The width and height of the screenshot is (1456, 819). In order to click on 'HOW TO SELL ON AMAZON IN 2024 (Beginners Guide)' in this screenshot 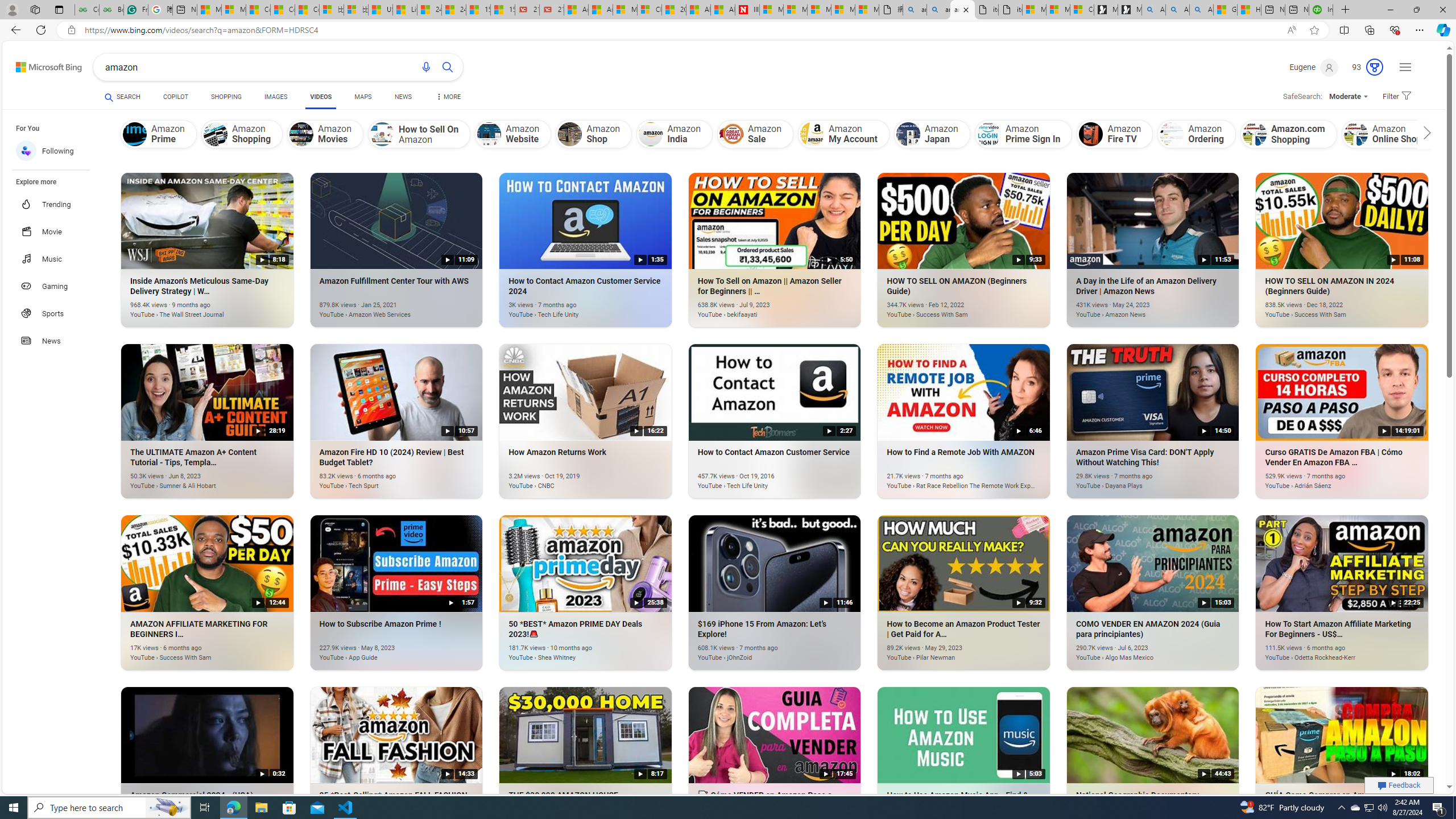, I will do `click(1324, 308)`.